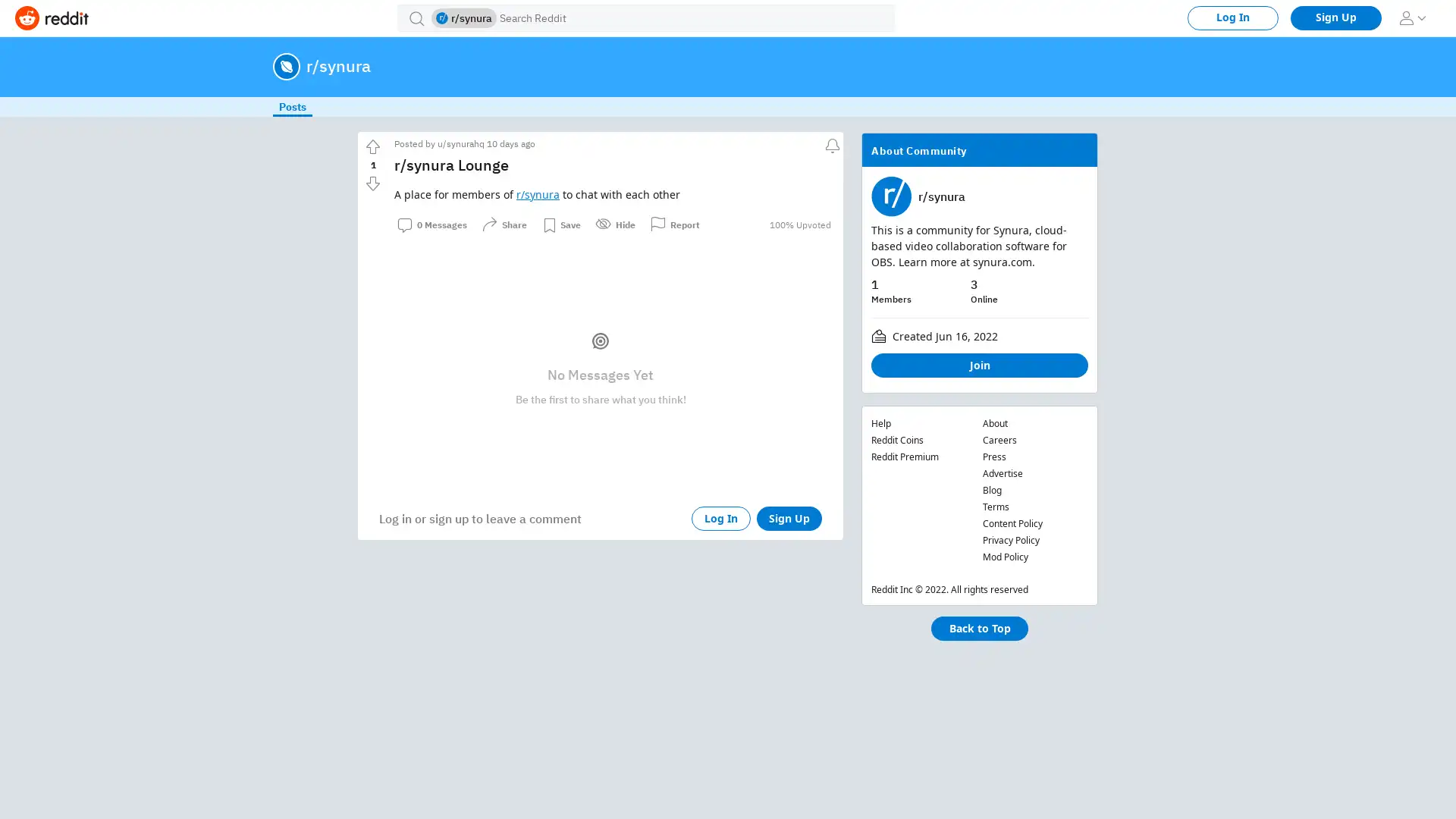 Image resolution: width=1456 pixels, height=819 pixels. What do you see at coordinates (1233, 17) in the screenshot?
I see `Log In` at bounding box center [1233, 17].